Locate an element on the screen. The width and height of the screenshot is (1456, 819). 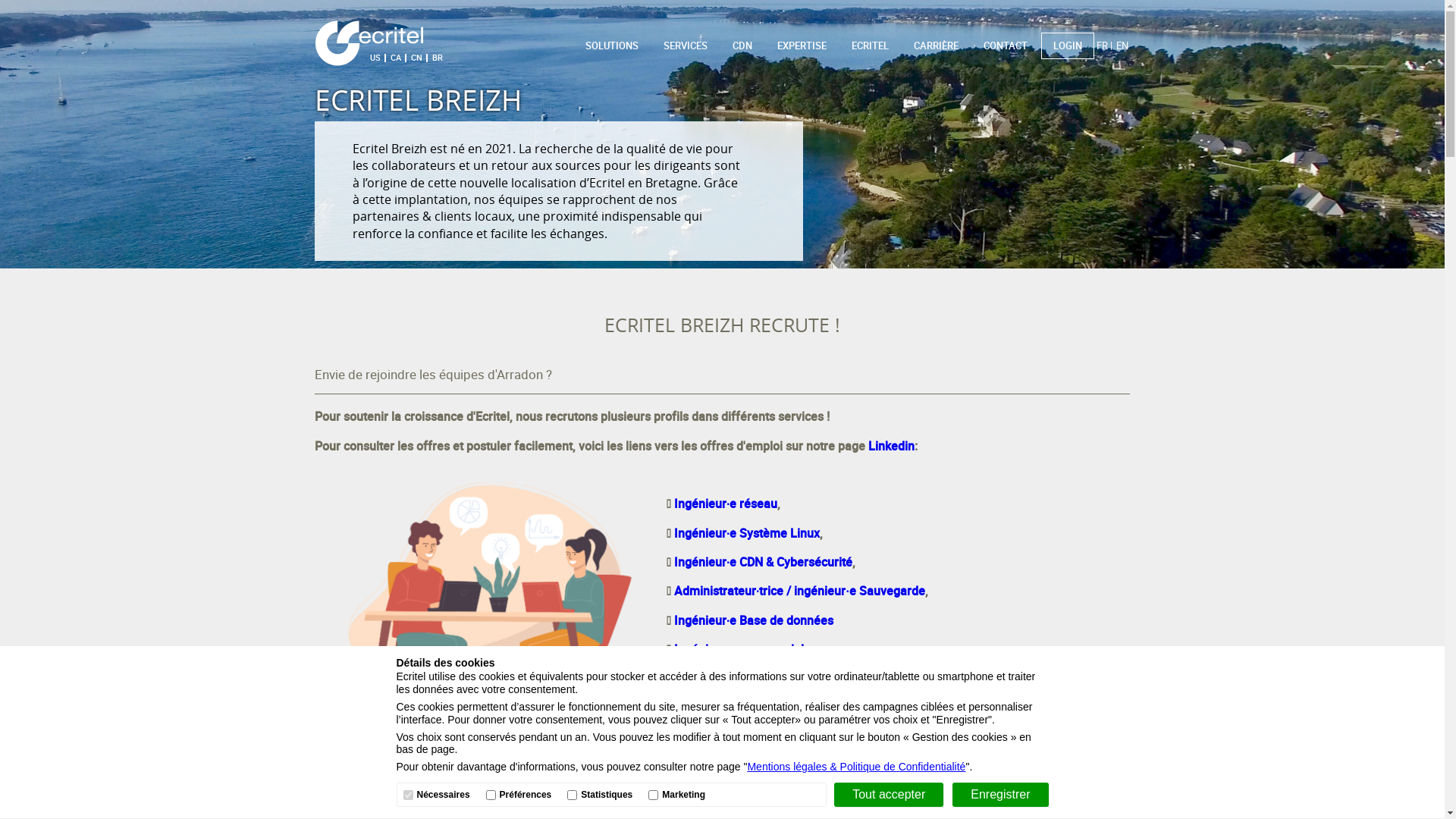
'LOGIN' is located at coordinates (1066, 45).